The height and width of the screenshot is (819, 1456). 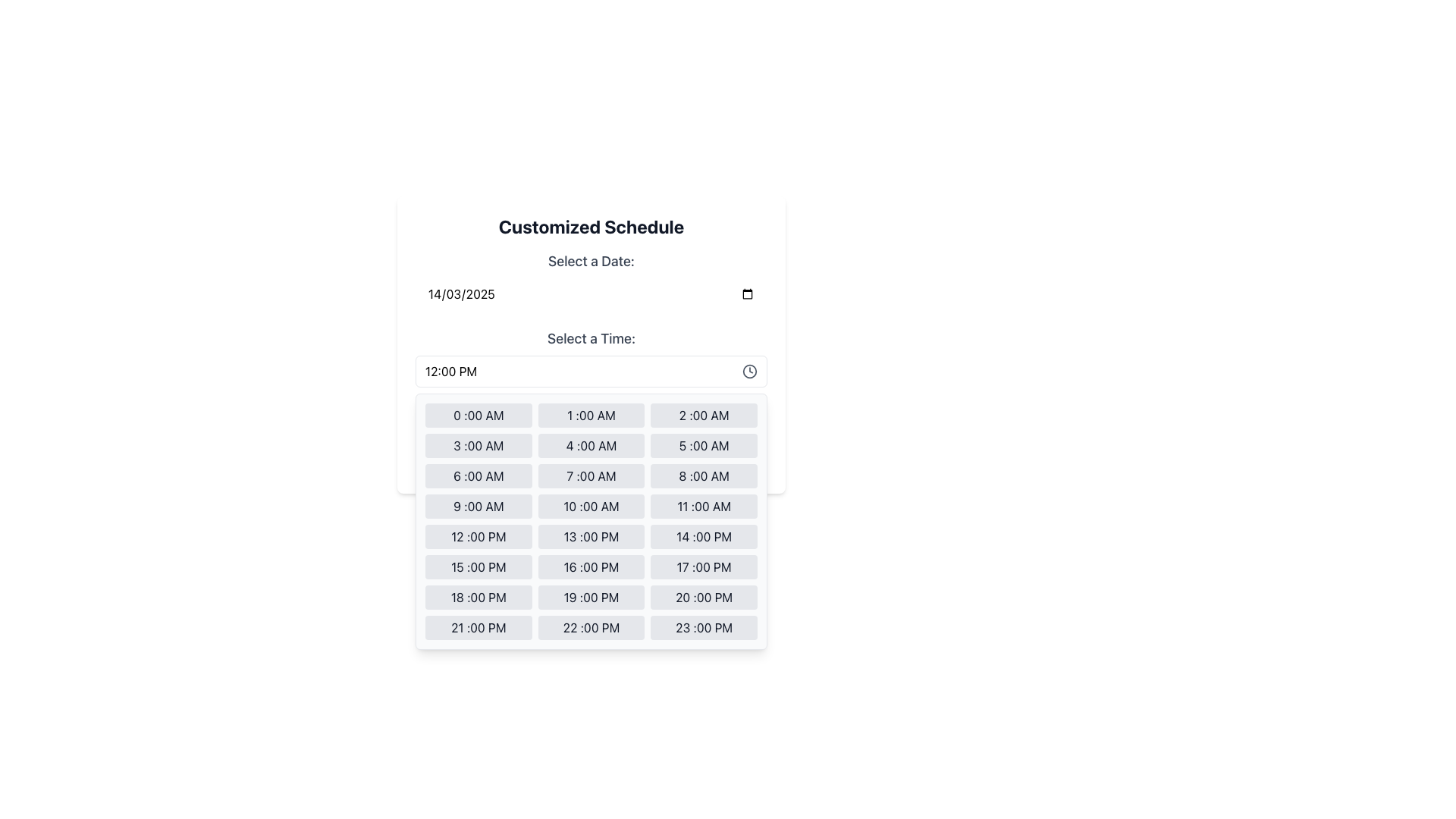 What do you see at coordinates (703, 415) in the screenshot?
I see `the rectangular button with rounded edges displaying '2 :00 AM' to observe its hover response` at bounding box center [703, 415].